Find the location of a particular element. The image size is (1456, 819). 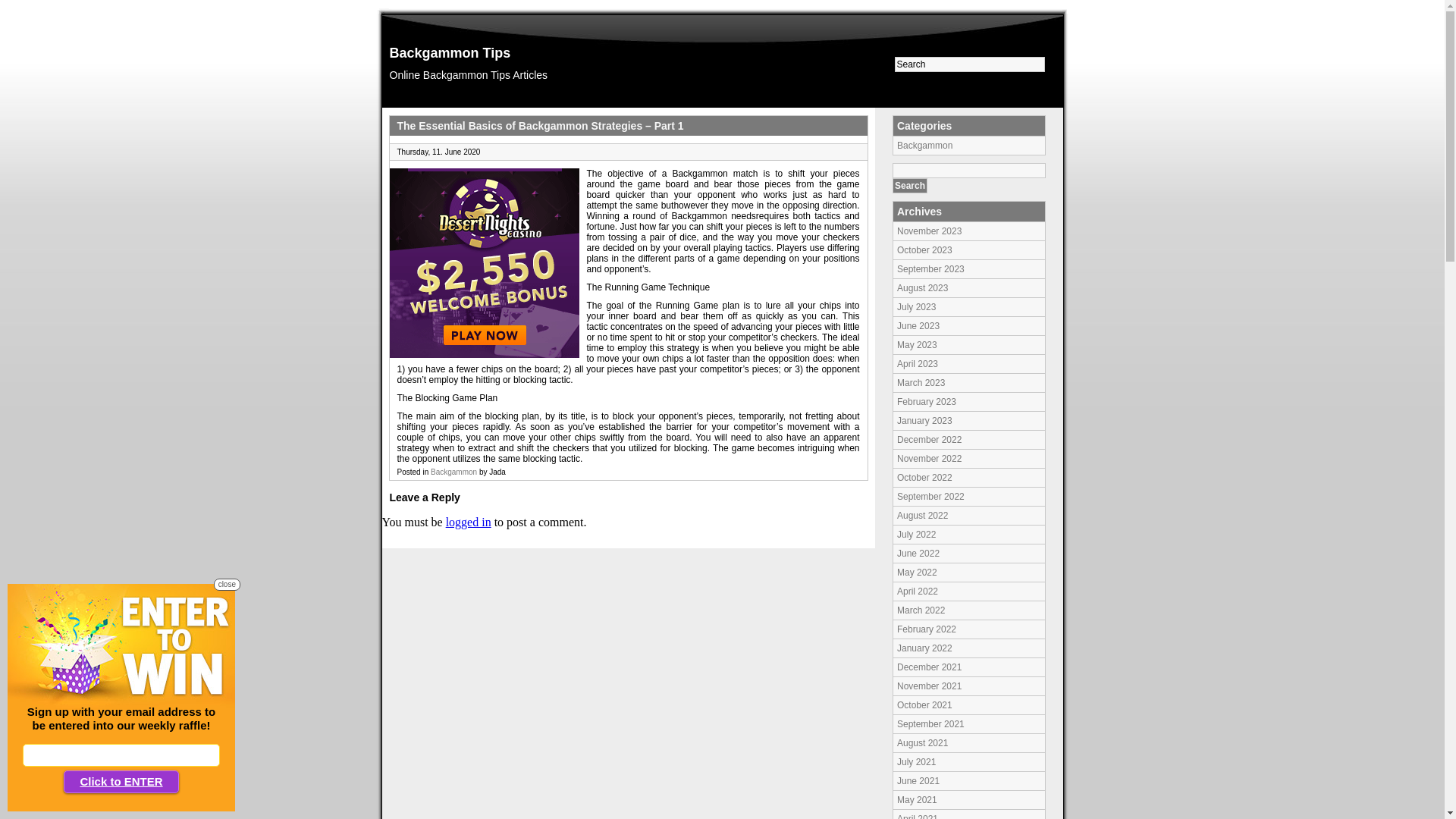

'October 2023' is located at coordinates (924, 249).